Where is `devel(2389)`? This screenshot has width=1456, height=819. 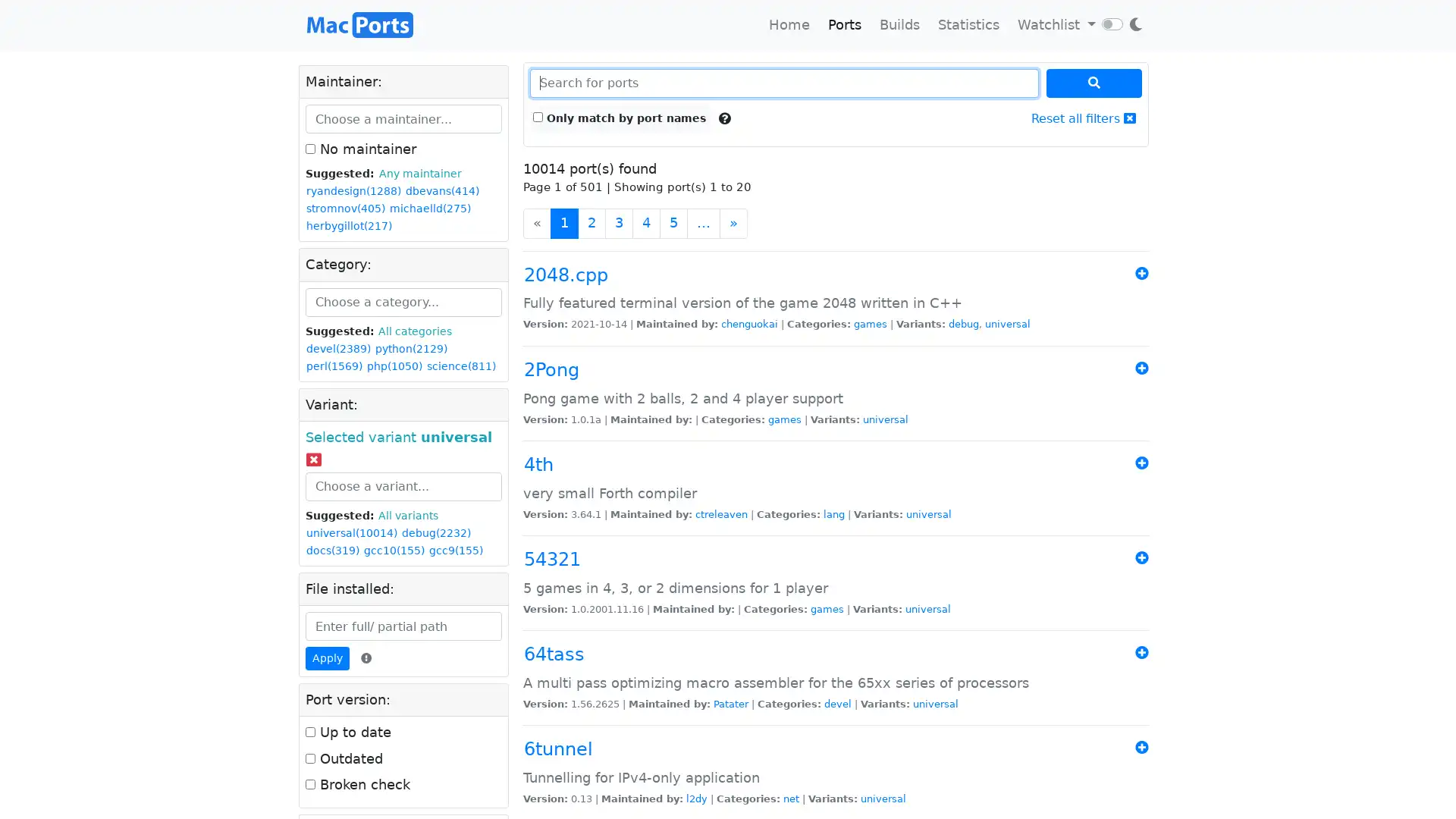
devel(2389) is located at coordinates (337, 348).